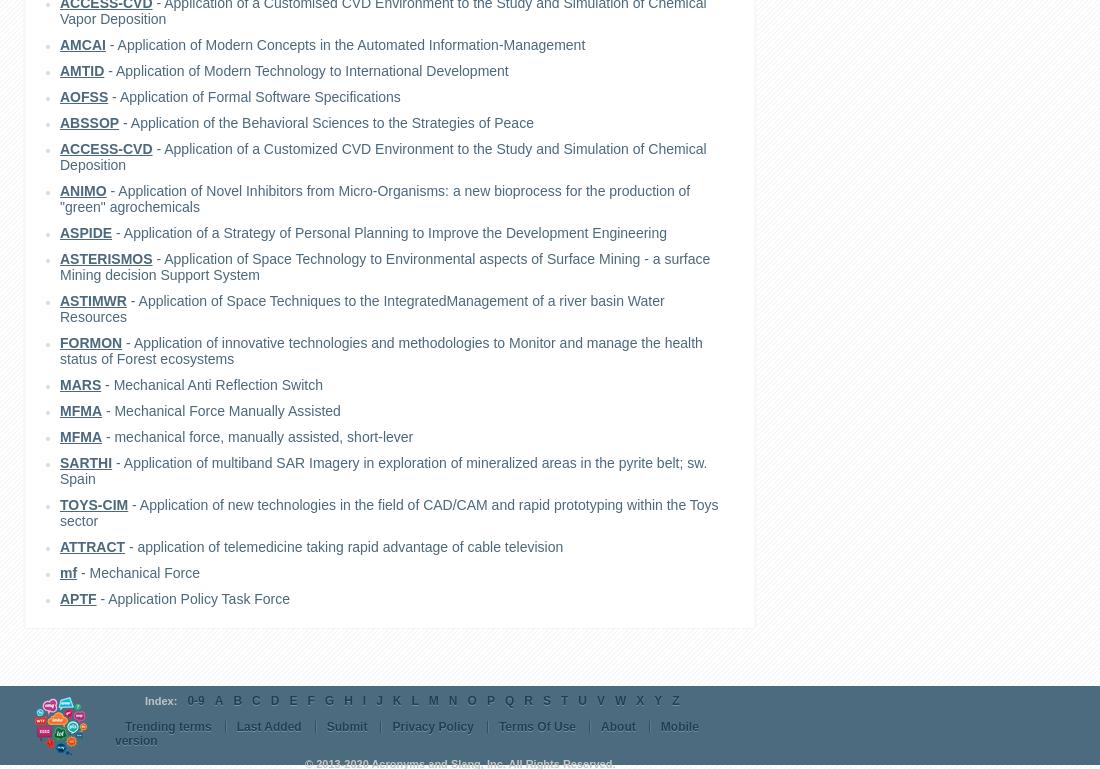  Describe the element at coordinates (546, 701) in the screenshot. I see `'S'` at that location.